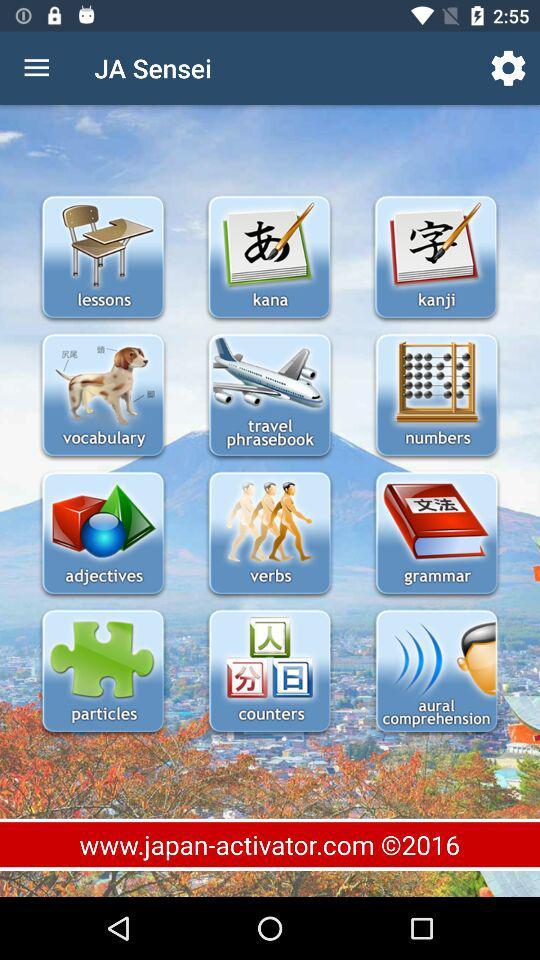 This screenshot has width=540, height=960. Describe the element at coordinates (103, 673) in the screenshot. I see `particles option` at that location.